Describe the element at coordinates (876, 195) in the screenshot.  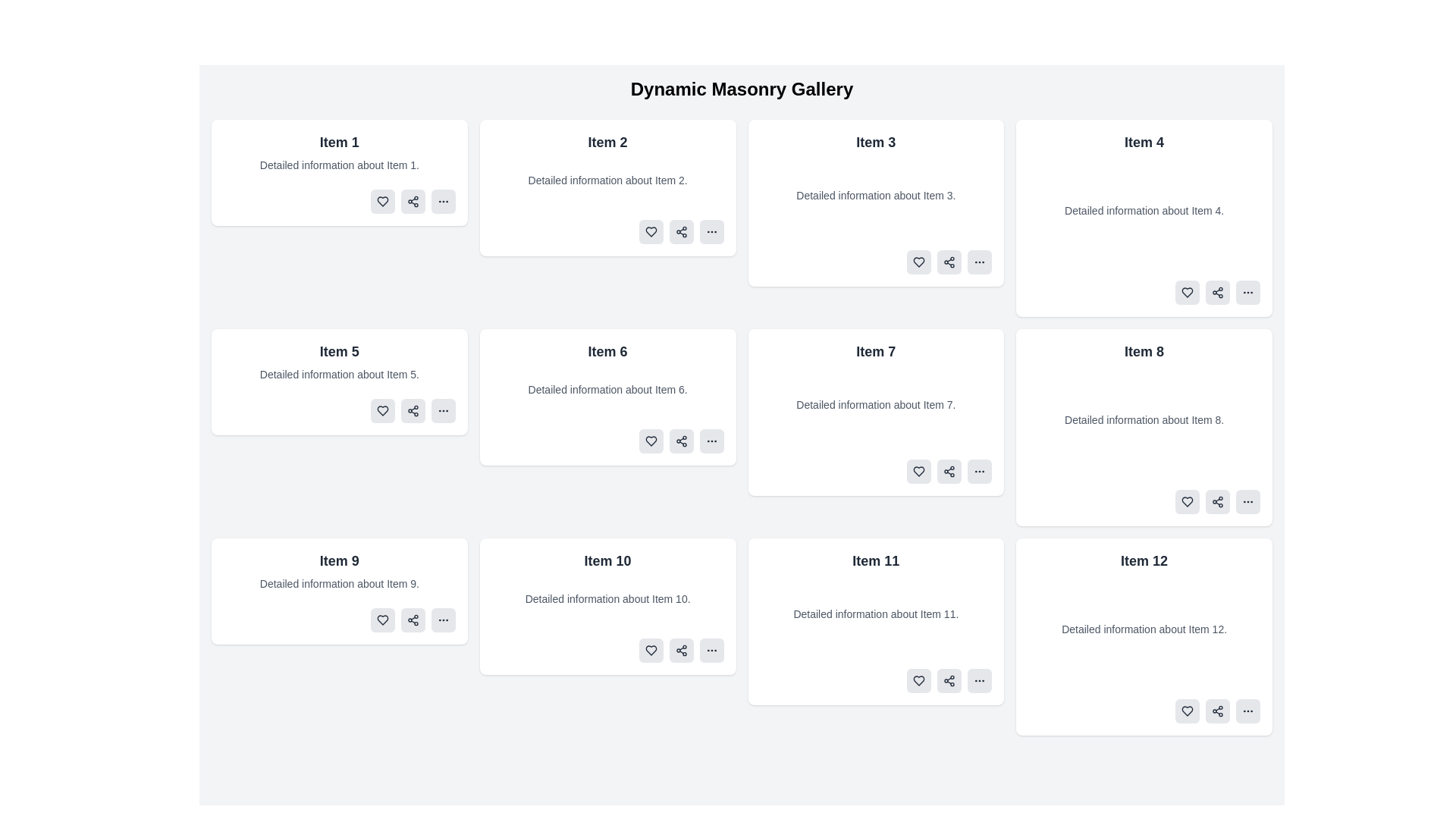
I see `the static text displaying 'Detailed information about Item 3.' which is located below the title 'Item 3' within its card layout` at that location.